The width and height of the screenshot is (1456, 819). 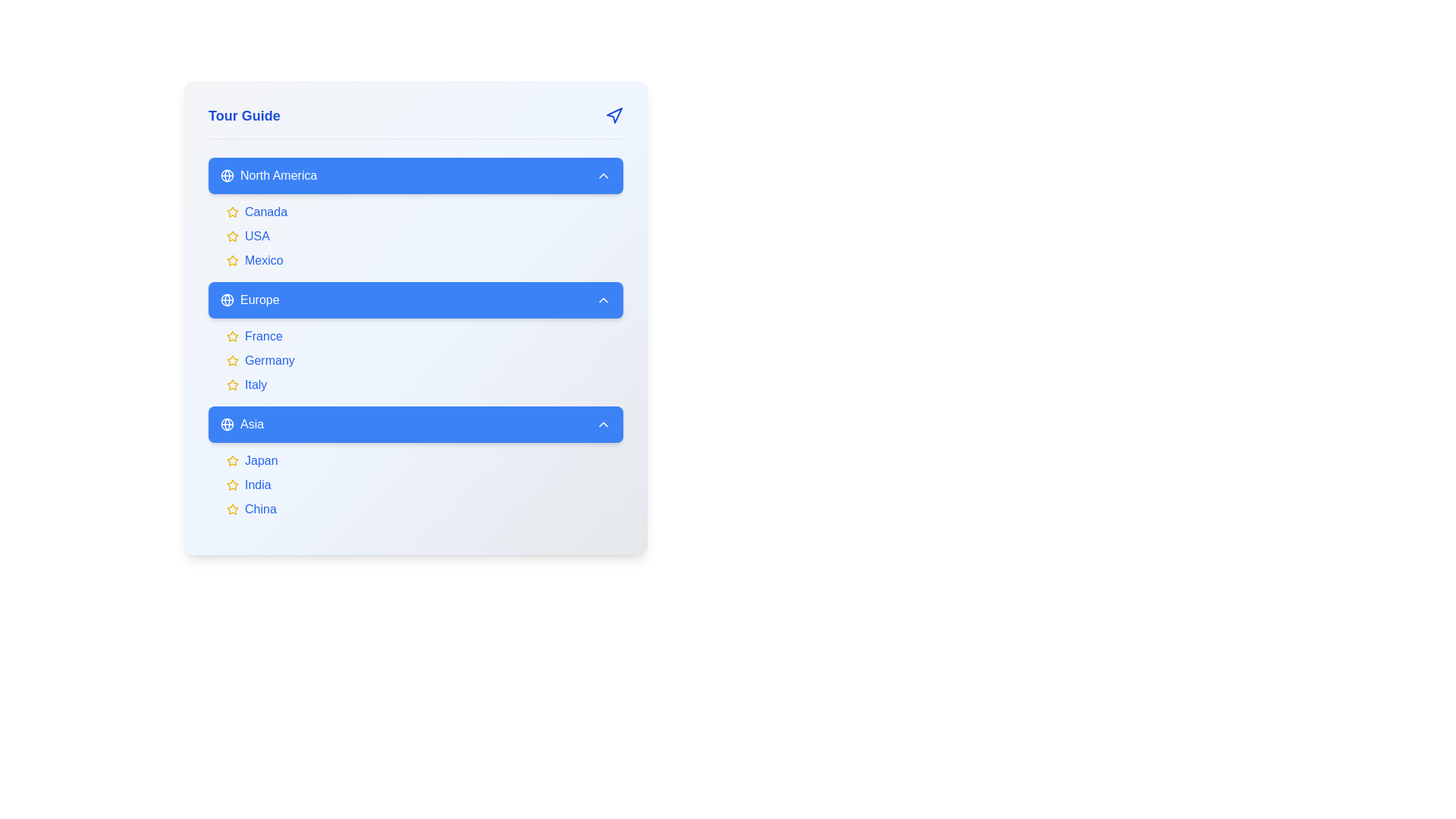 I want to click on the second star icon located to the left of the text 'Germany' in the 'Europe' section of the 'Tour Guide' interface, so click(x=232, y=360).